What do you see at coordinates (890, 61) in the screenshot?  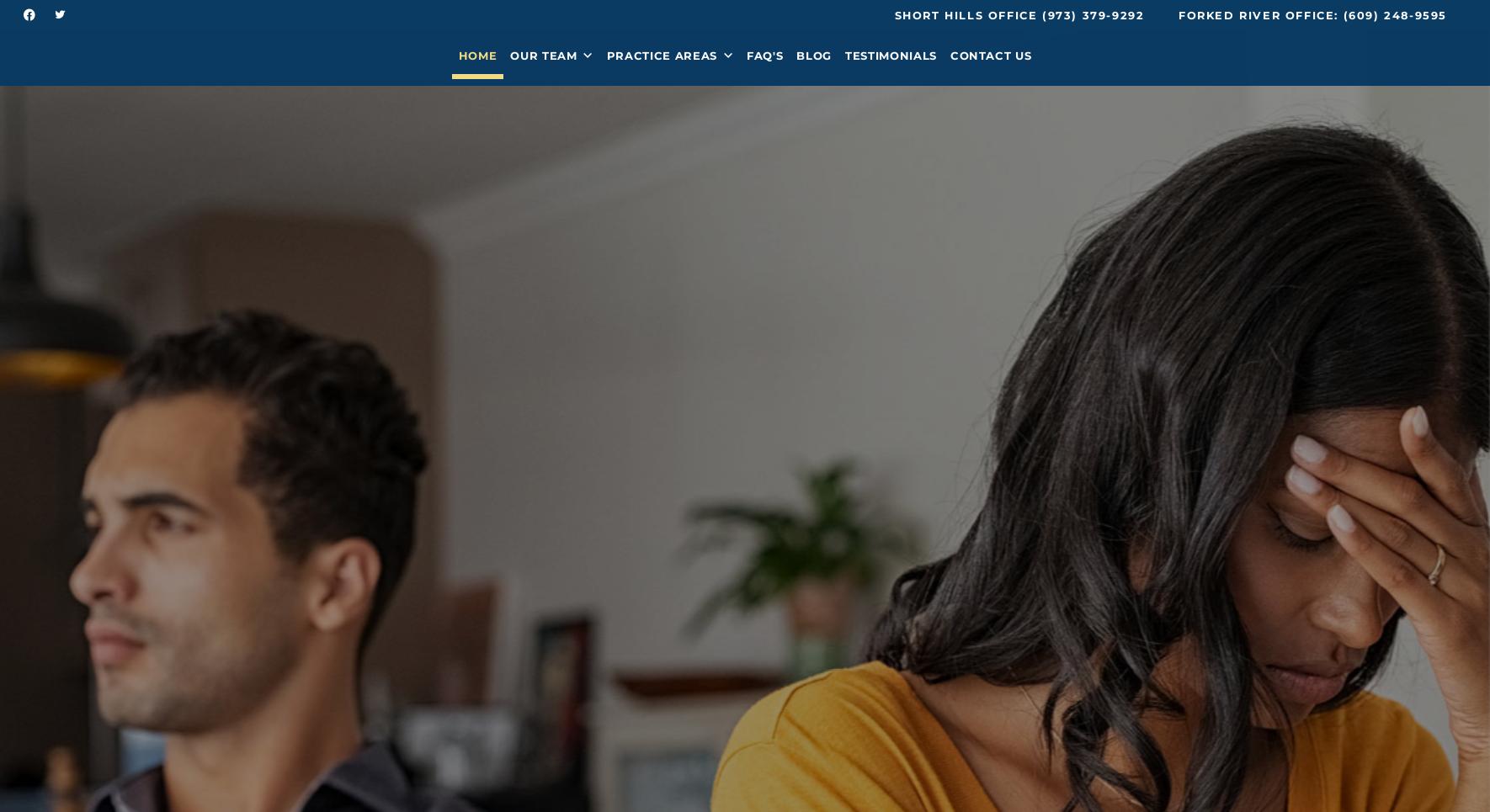 I see `'Testimonials'` at bounding box center [890, 61].